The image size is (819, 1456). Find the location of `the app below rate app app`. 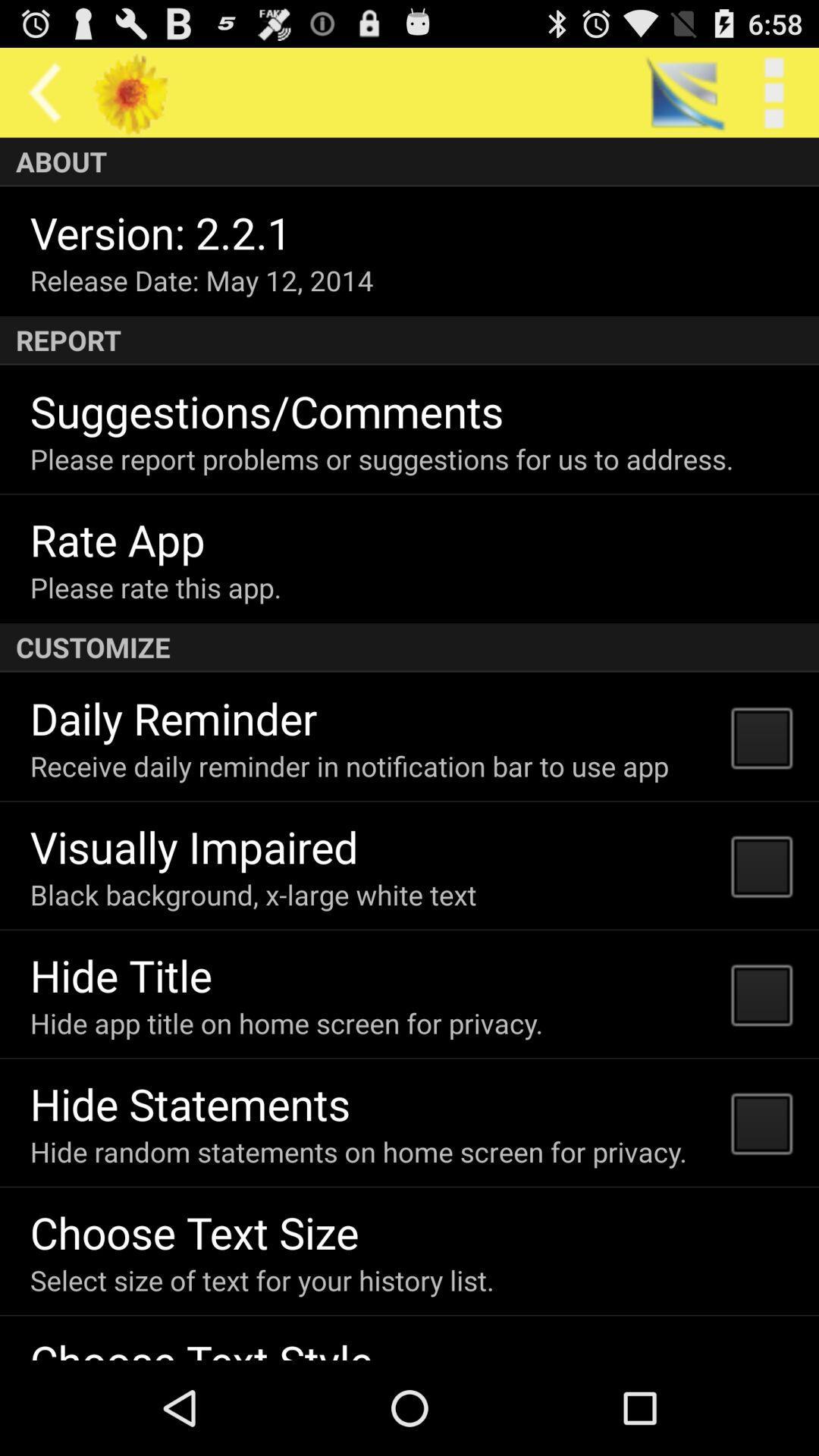

the app below rate app app is located at coordinates (155, 586).